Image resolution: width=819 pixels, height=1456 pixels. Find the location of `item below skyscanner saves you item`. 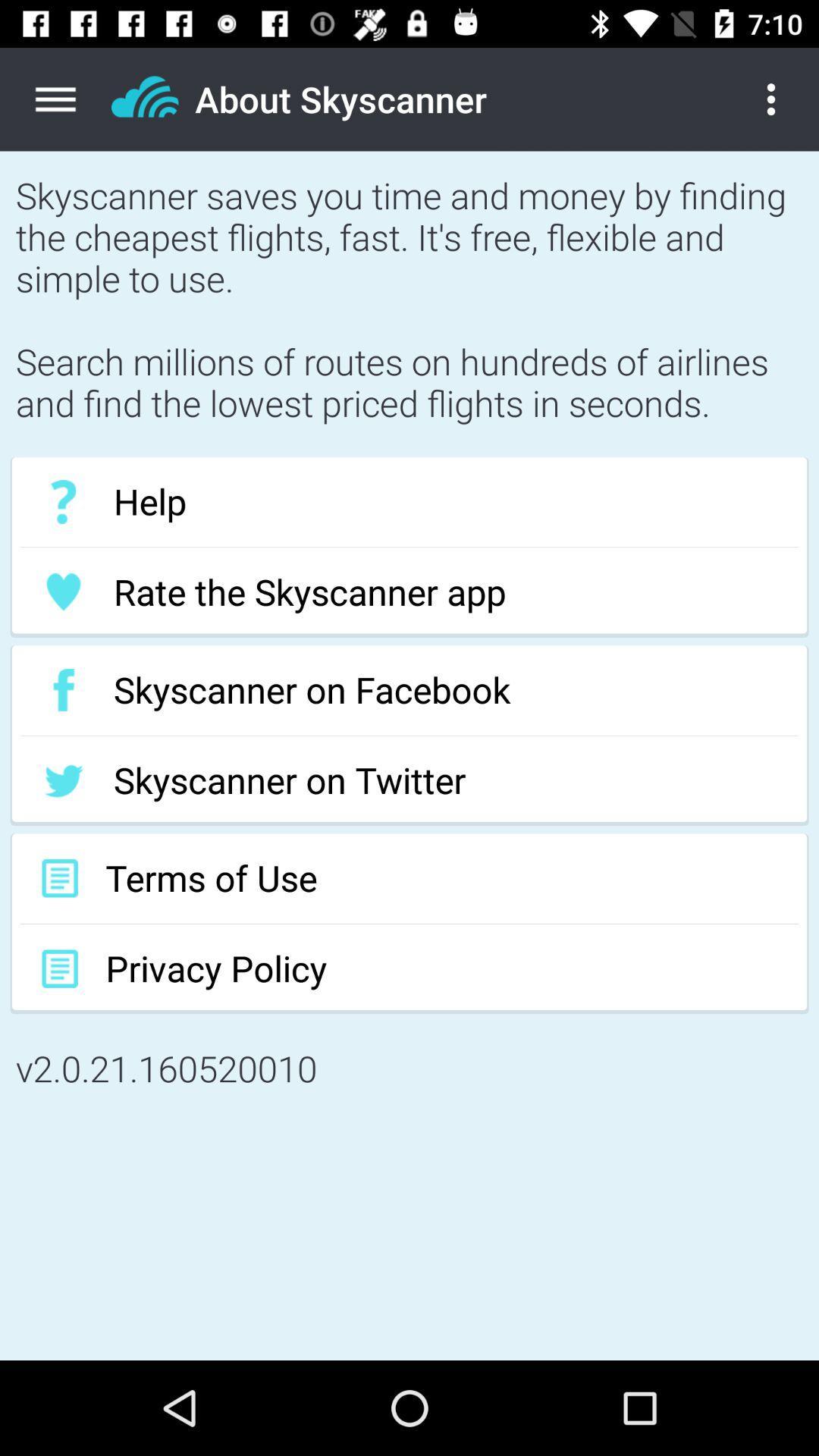

item below skyscanner saves you item is located at coordinates (409, 502).